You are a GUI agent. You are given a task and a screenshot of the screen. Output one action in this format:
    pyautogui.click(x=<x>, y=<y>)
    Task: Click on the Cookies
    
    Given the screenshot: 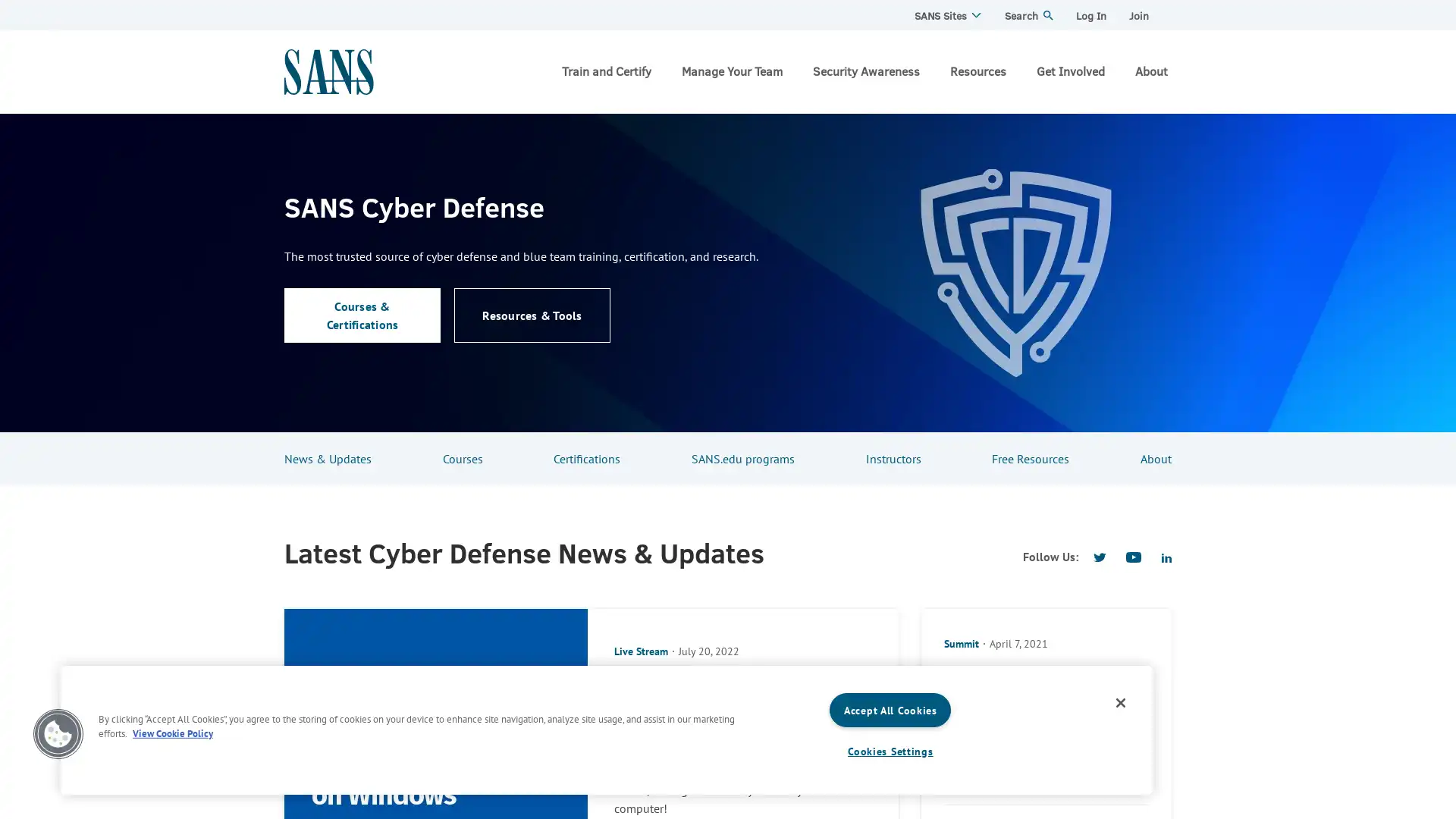 What is the action you would take?
    pyautogui.click(x=58, y=733)
    